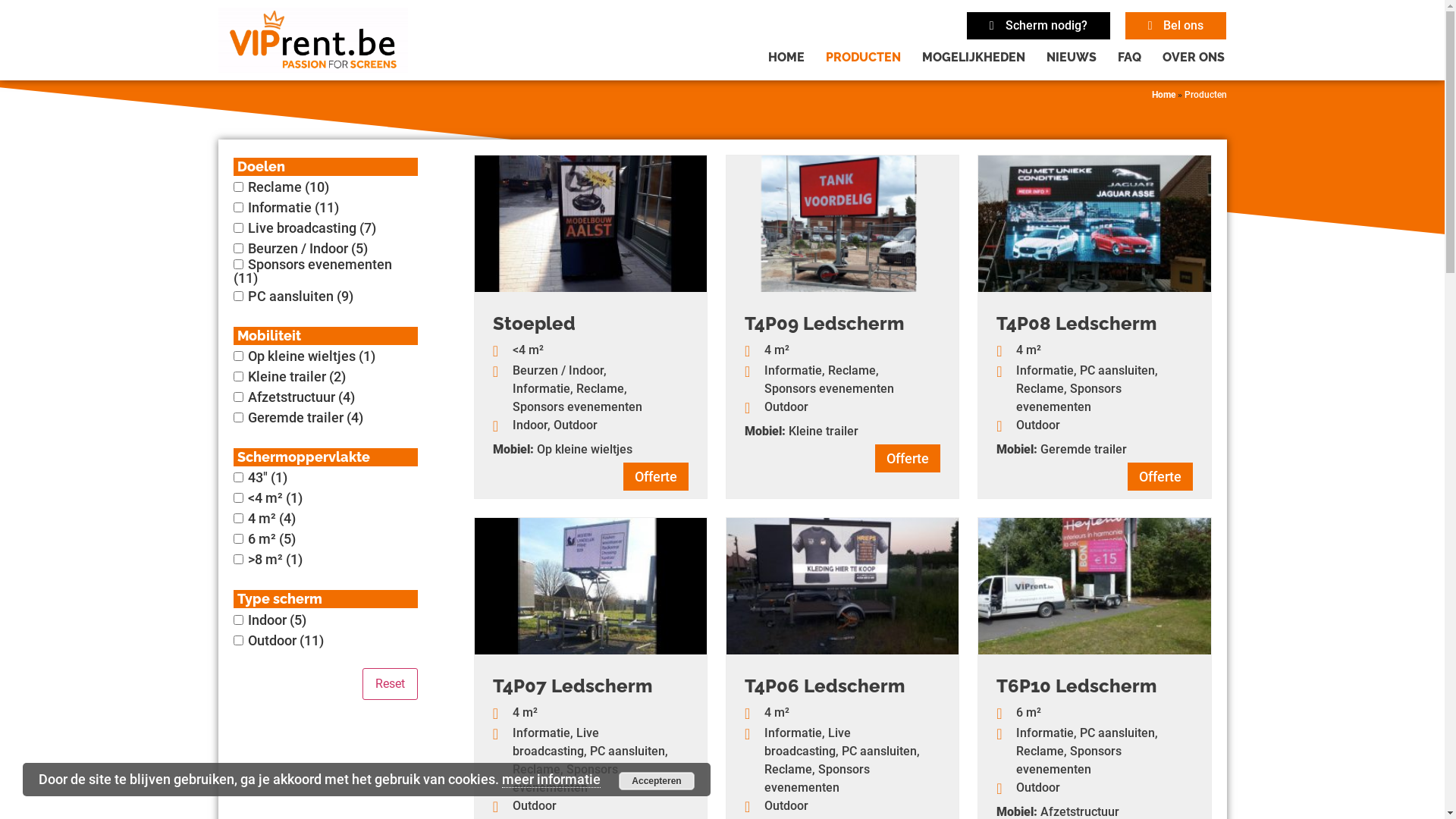  What do you see at coordinates (767, 57) in the screenshot?
I see `'HOME'` at bounding box center [767, 57].